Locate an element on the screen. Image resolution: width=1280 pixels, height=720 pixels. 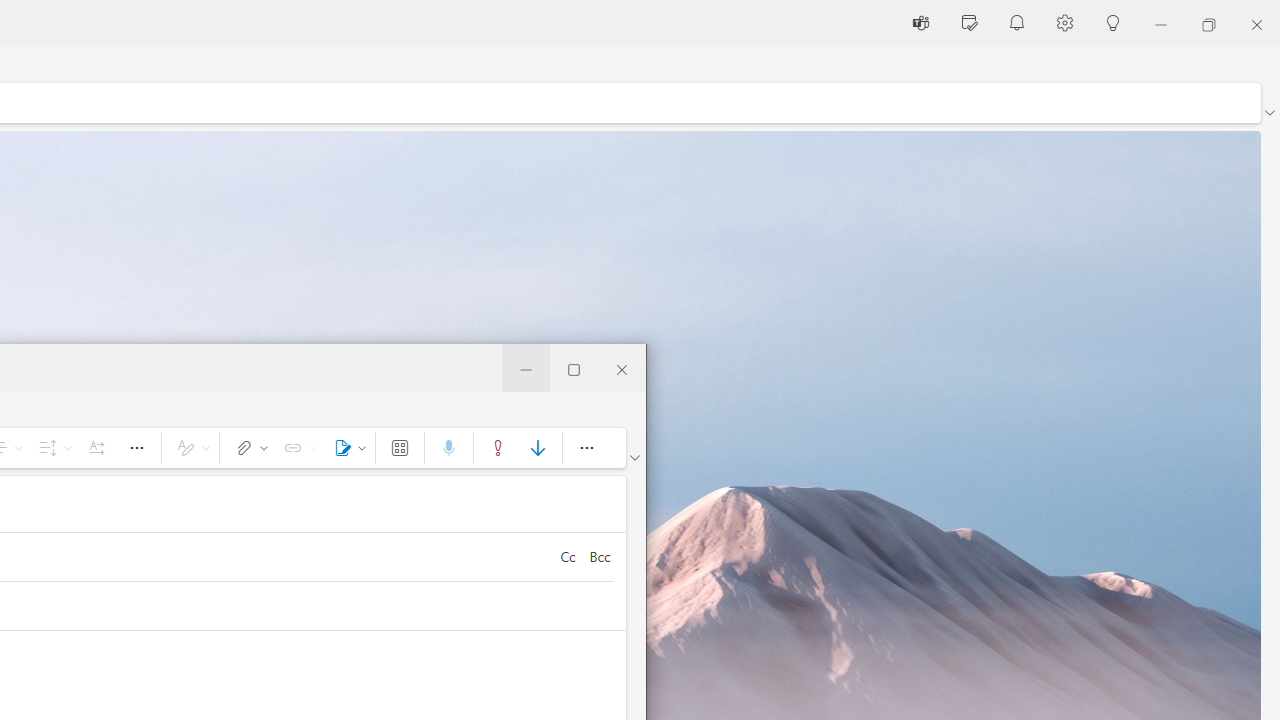
'More options' is located at coordinates (585, 446).